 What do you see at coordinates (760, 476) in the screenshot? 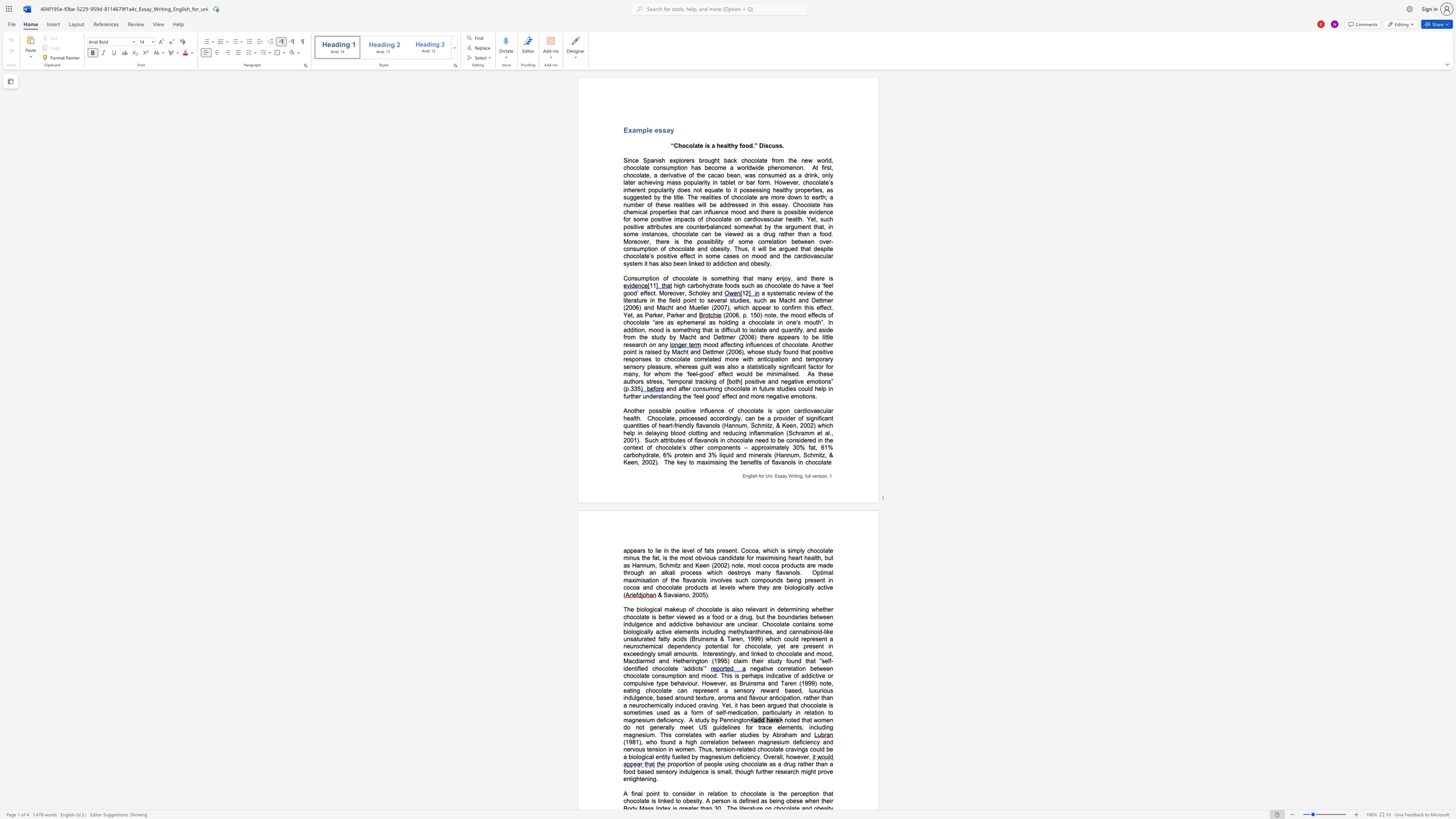
I see `the subset text "or Uni, Essa" within the text "English for Uni, Essay Writing, full version,"` at bounding box center [760, 476].